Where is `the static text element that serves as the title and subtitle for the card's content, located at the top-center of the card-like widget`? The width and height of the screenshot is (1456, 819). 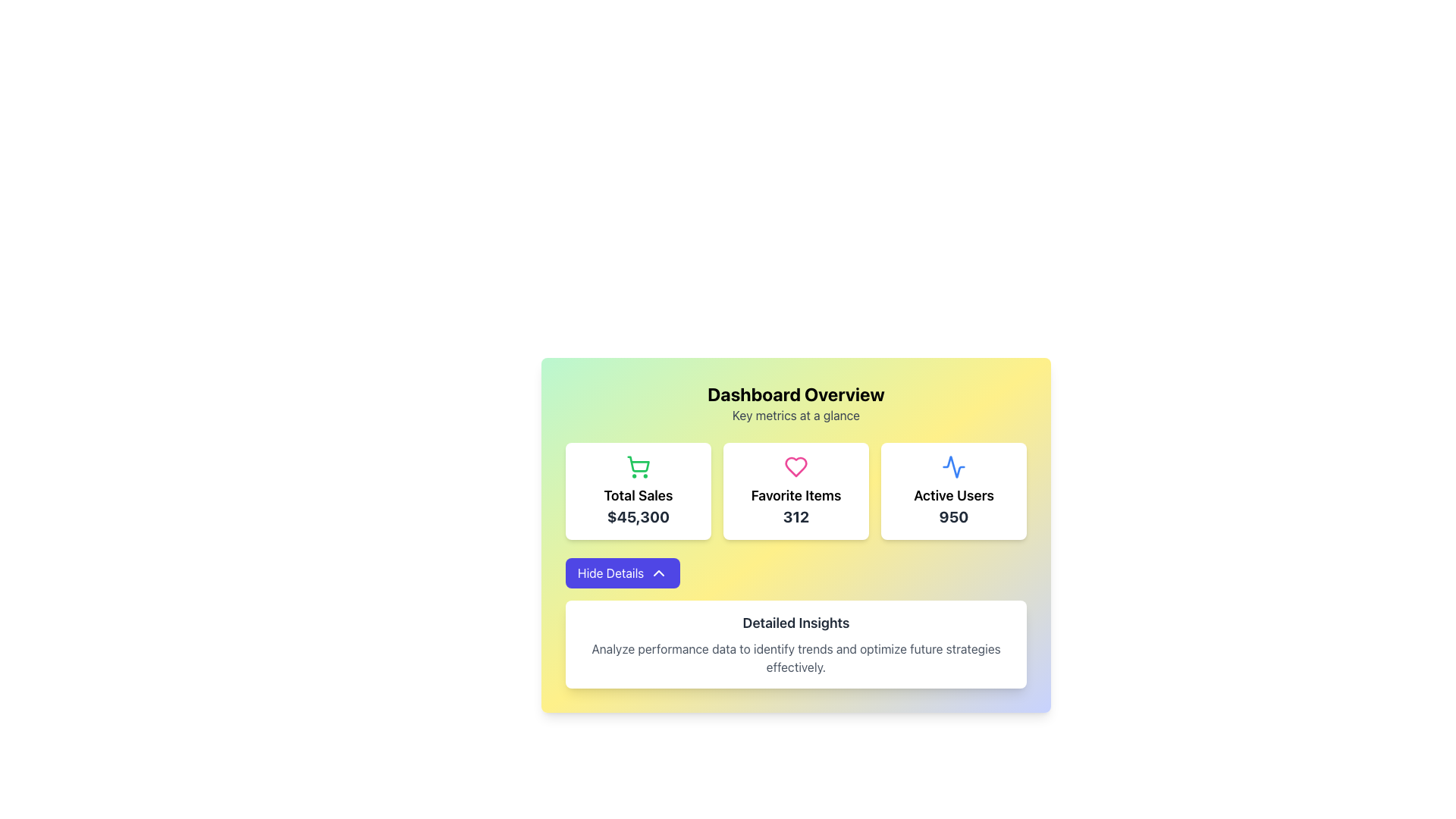 the static text element that serves as the title and subtitle for the card's content, located at the top-center of the card-like widget is located at coordinates (795, 403).